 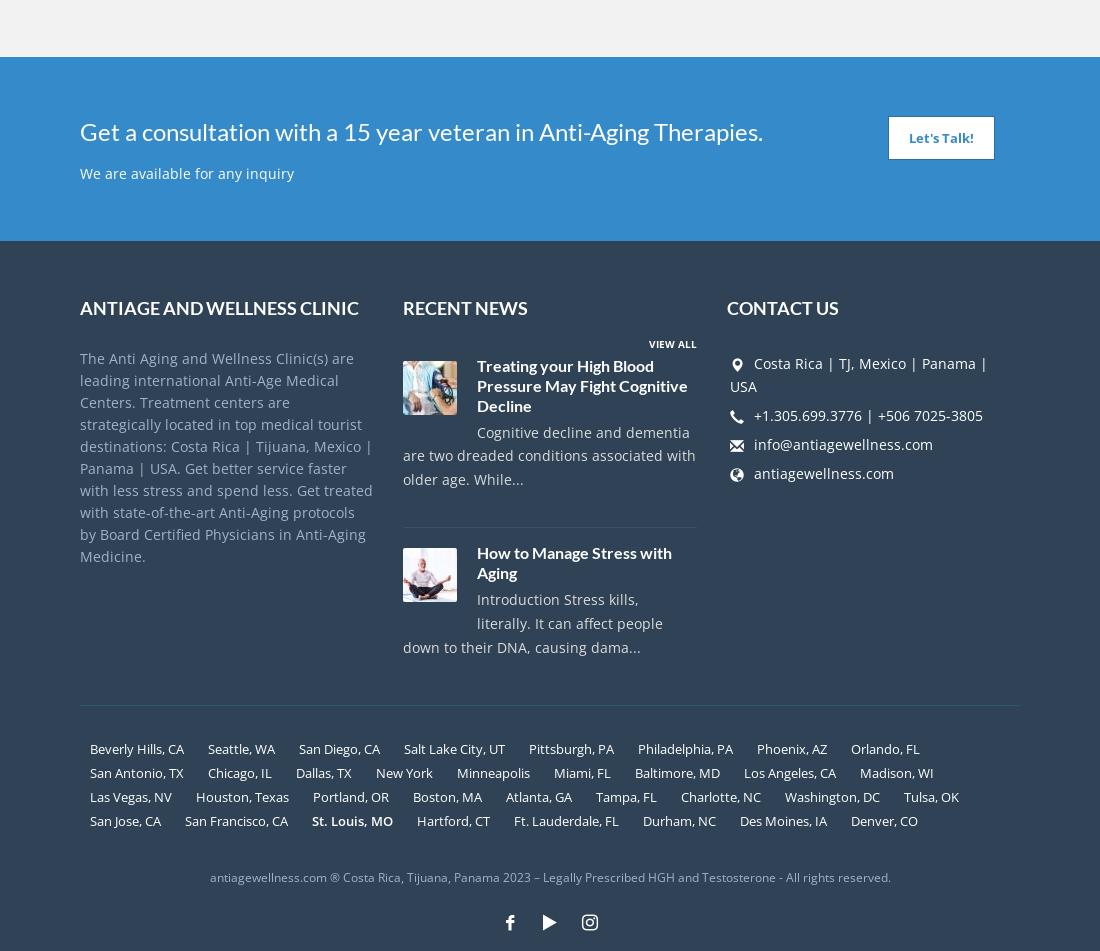 What do you see at coordinates (626, 796) in the screenshot?
I see `'Tampa, FL'` at bounding box center [626, 796].